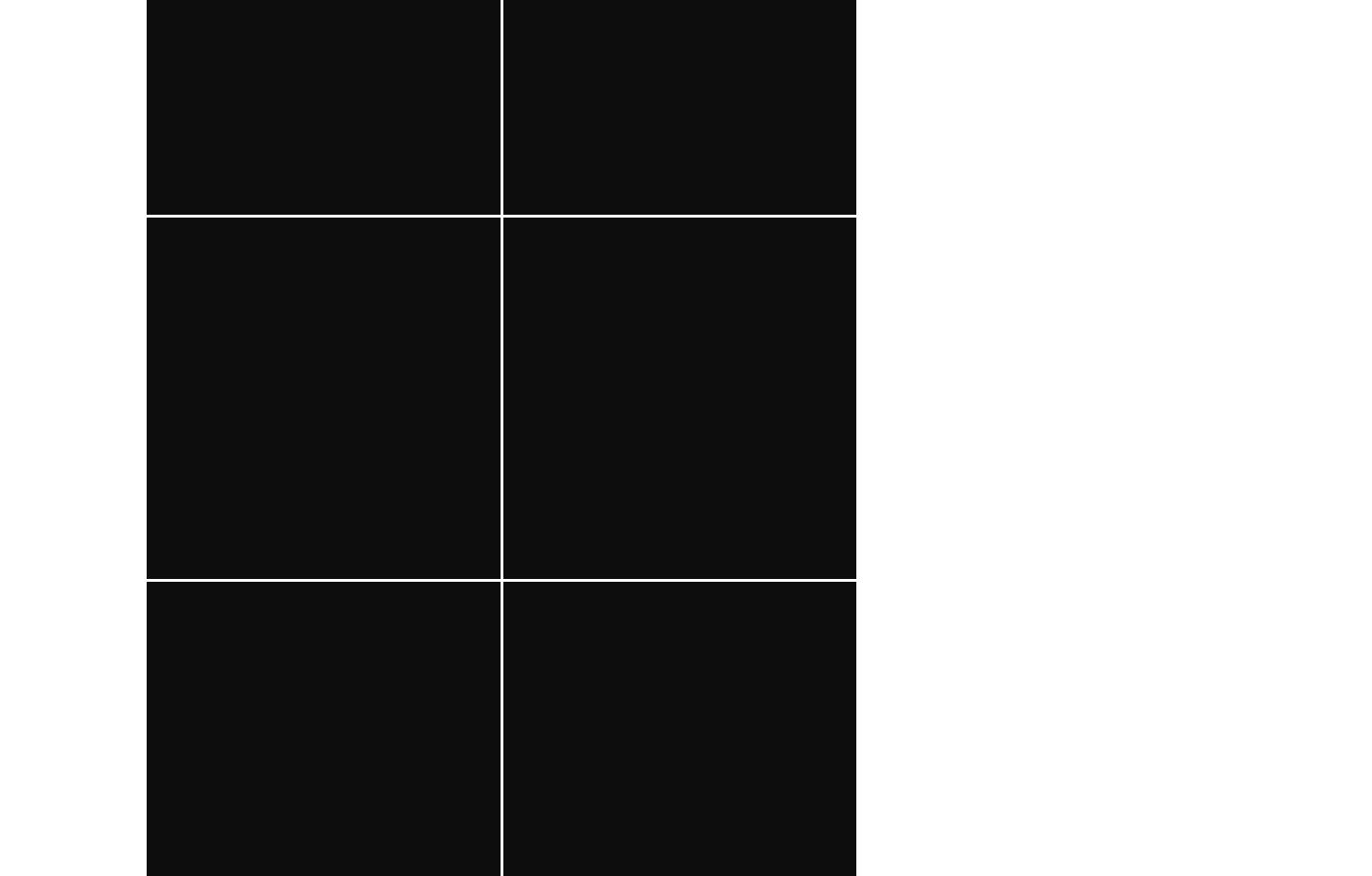  I want to click on 'Shoreworld: Denny Laine and Strawbs', so click(678, 272).